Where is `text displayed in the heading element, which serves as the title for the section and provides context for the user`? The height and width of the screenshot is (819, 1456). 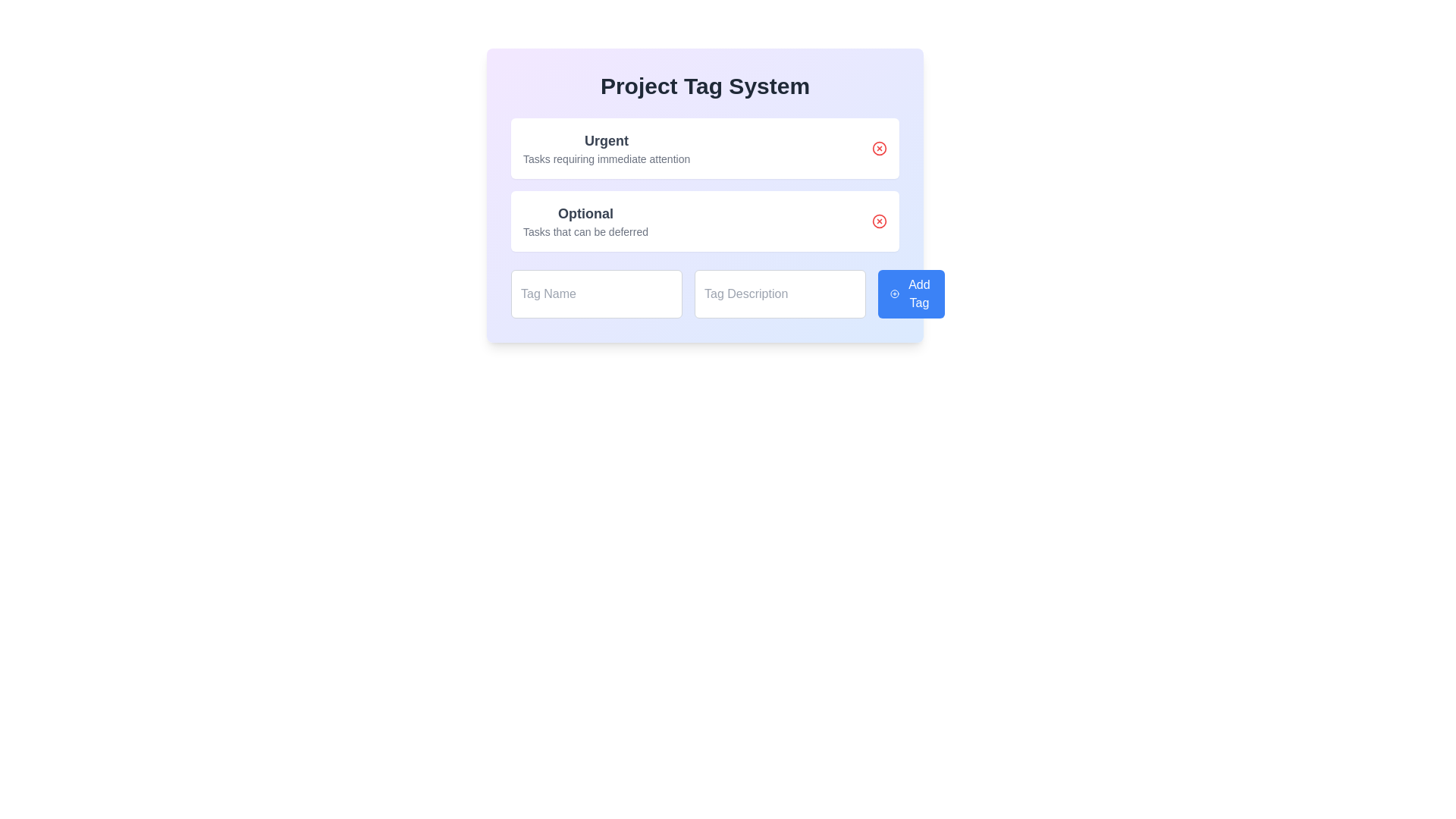
text displayed in the heading element, which serves as the title for the section and provides context for the user is located at coordinates (704, 86).